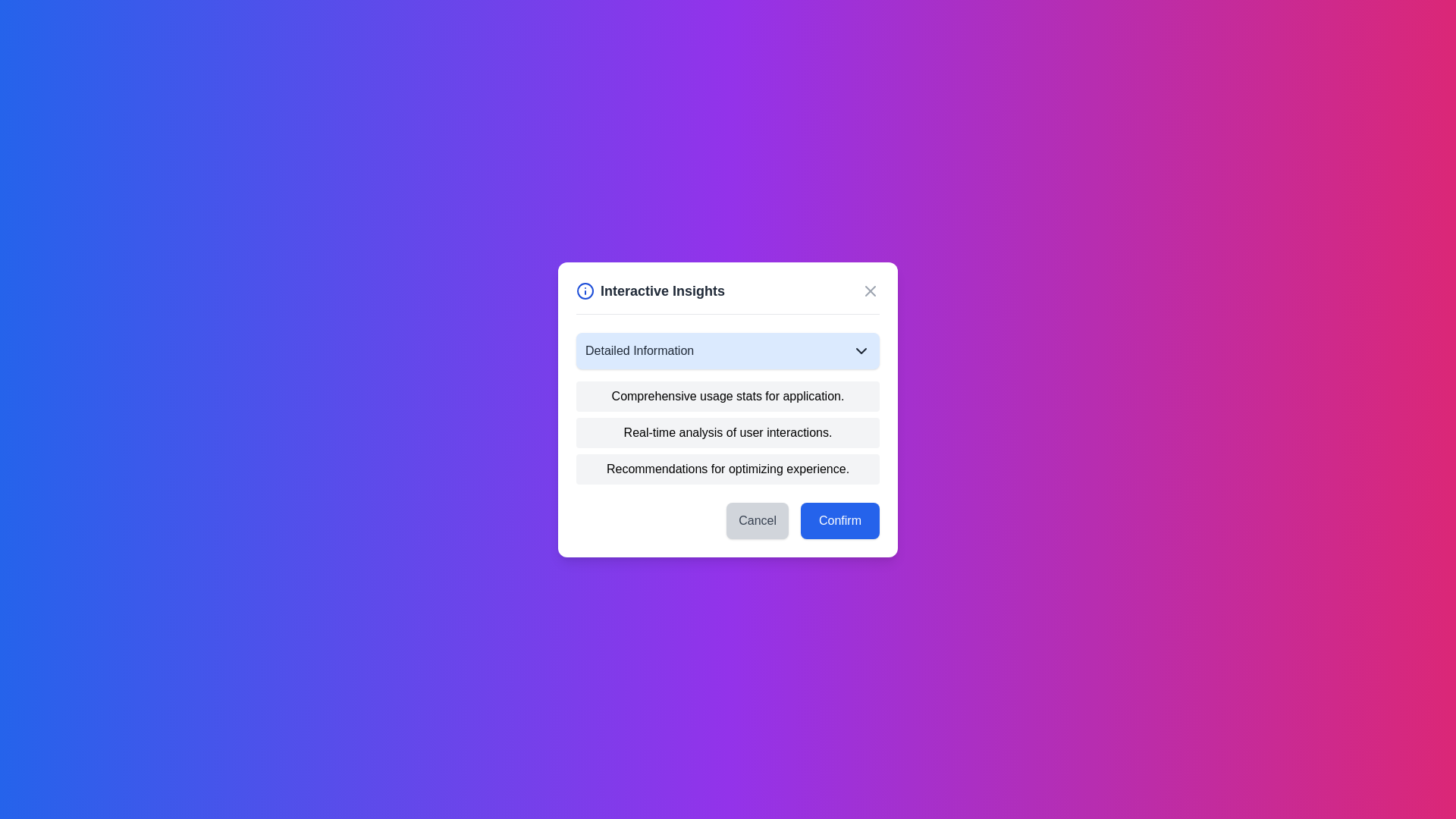  What do you see at coordinates (728, 467) in the screenshot?
I see `the third text block that displays a recommendation or suggestion, located below the items 'Comprehensive usage stats for application.' and 'Real-time analysis of user interactions.'` at bounding box center [728, 467].